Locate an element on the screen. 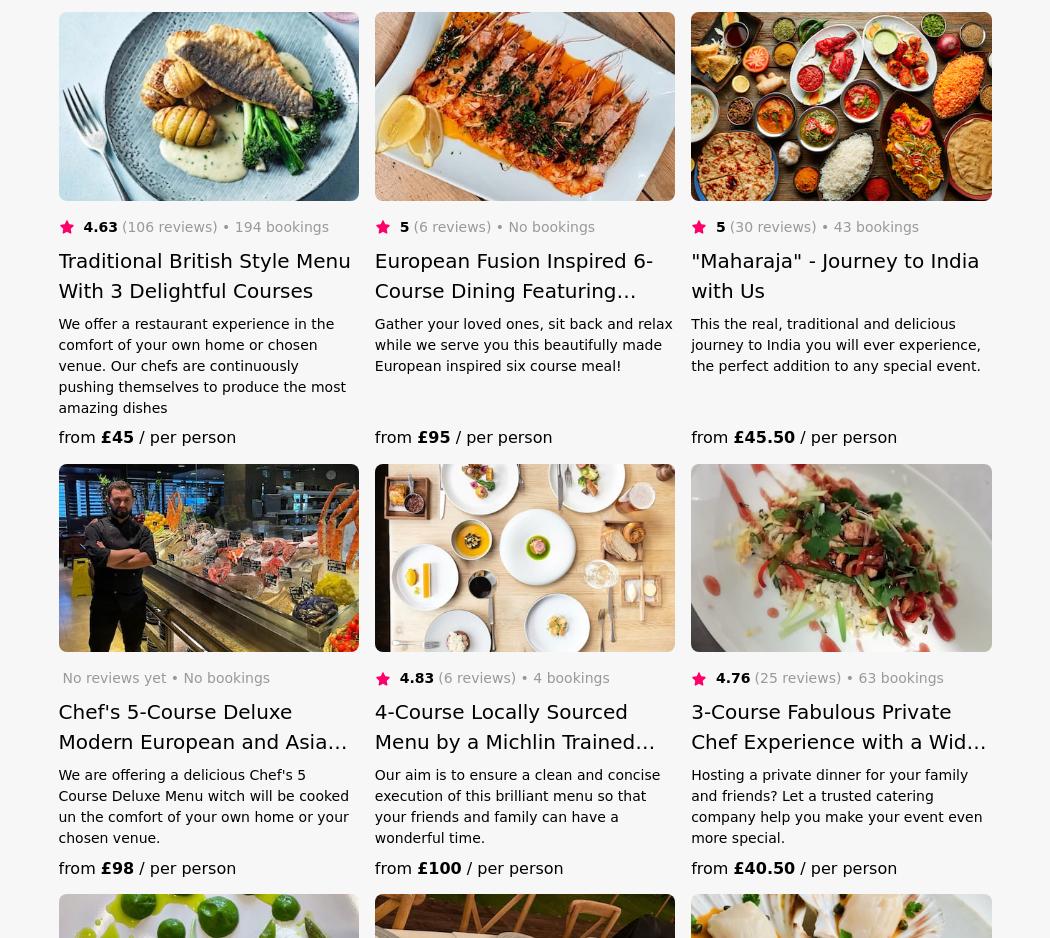 The height and width of the screenshot is (938, 1050). '£95' is located at coordinates (415, 436).